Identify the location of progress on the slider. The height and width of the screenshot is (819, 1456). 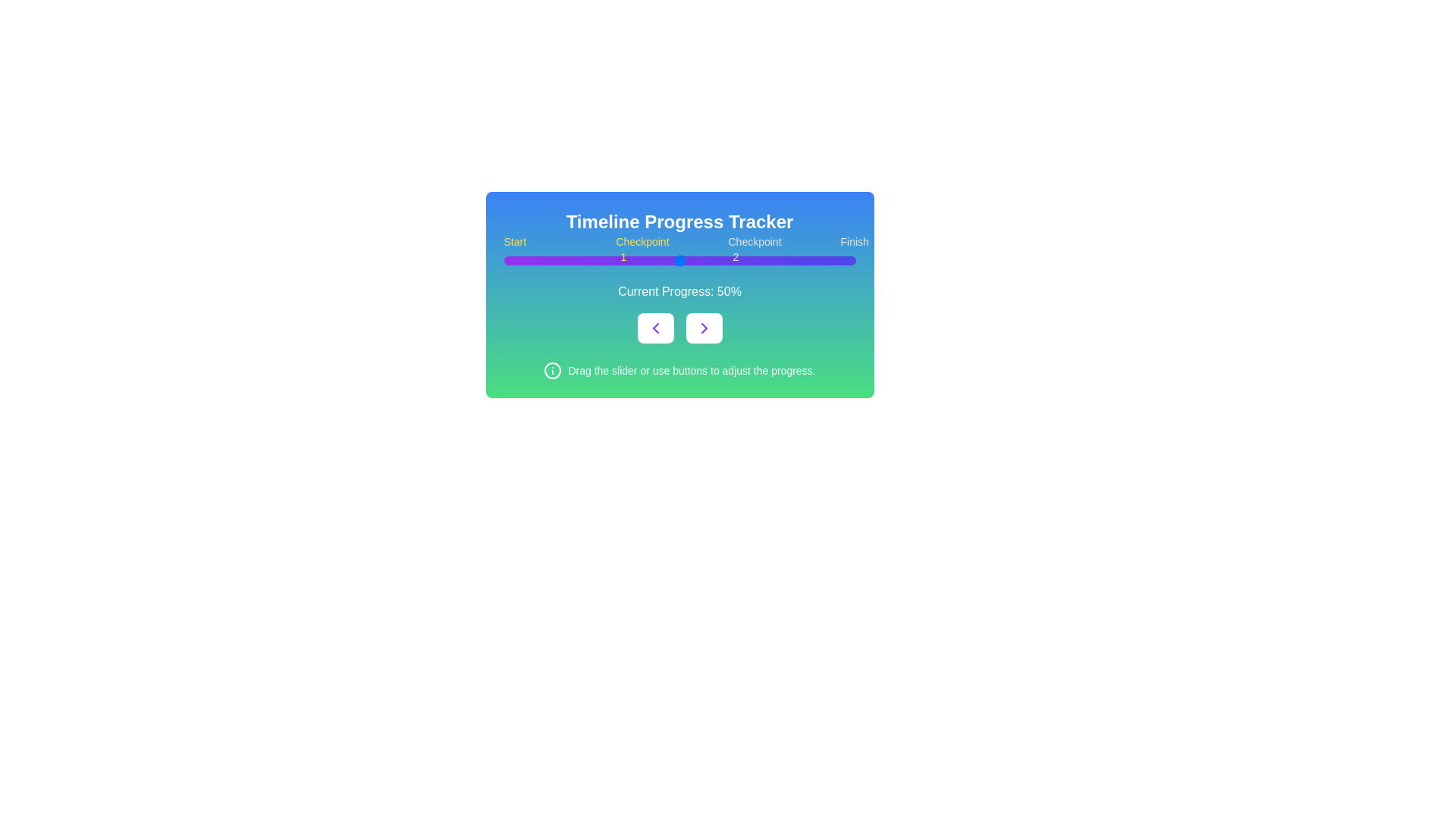
(693, 259).